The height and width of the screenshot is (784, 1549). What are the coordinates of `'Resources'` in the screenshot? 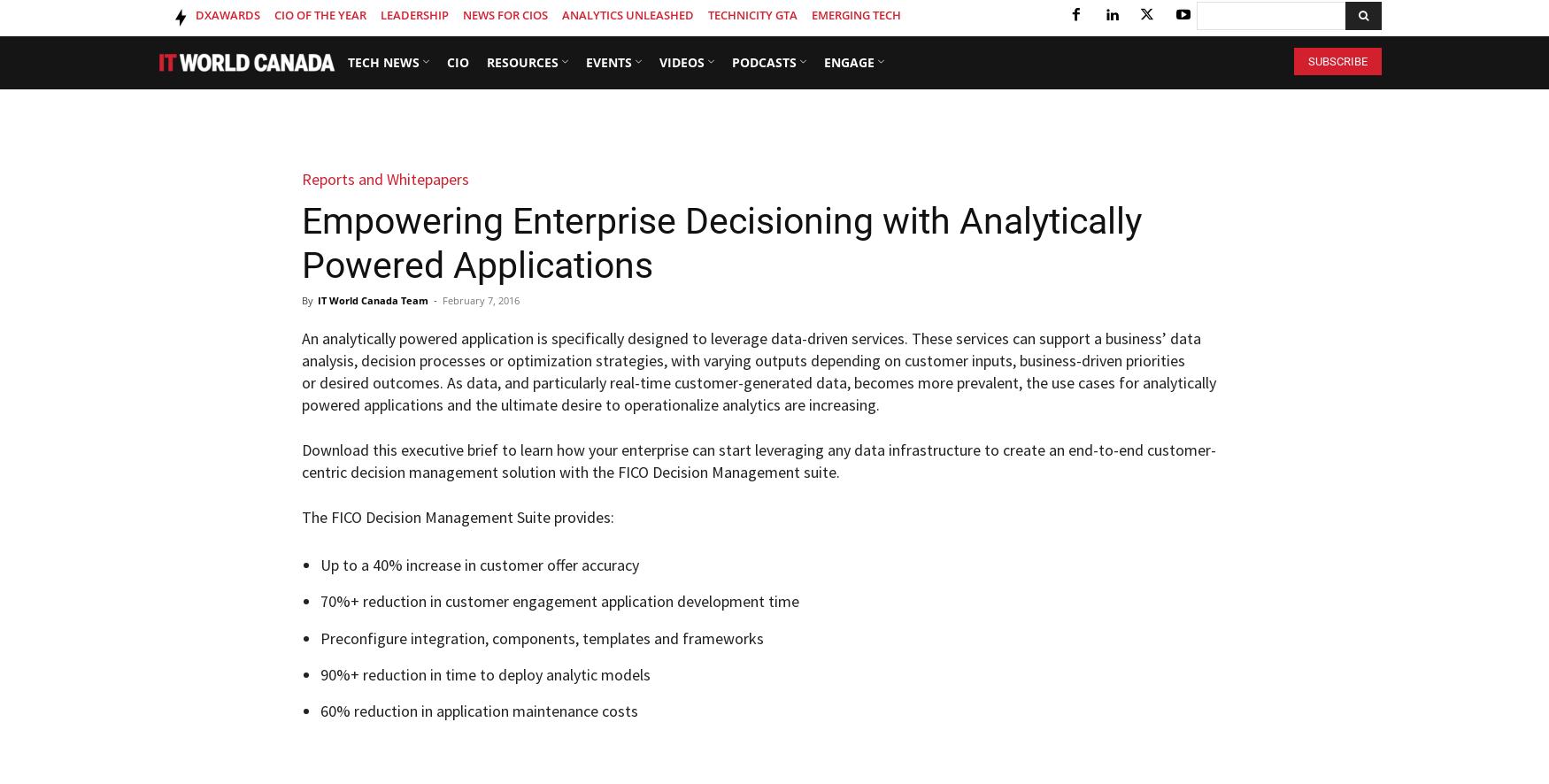 It's located at (522, 61).